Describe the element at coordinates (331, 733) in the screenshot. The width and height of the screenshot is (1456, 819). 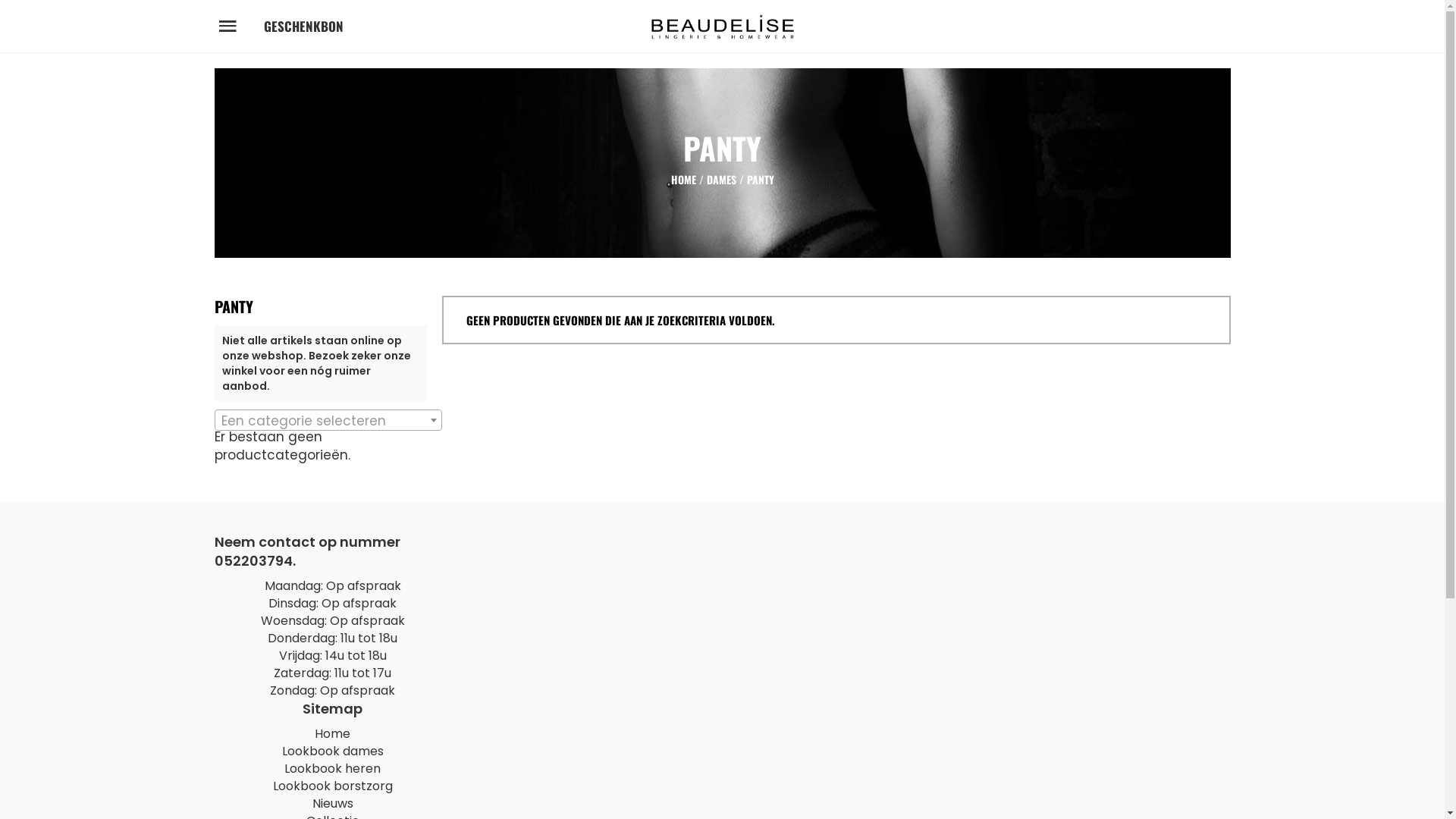
I see `'Home'` at that location.